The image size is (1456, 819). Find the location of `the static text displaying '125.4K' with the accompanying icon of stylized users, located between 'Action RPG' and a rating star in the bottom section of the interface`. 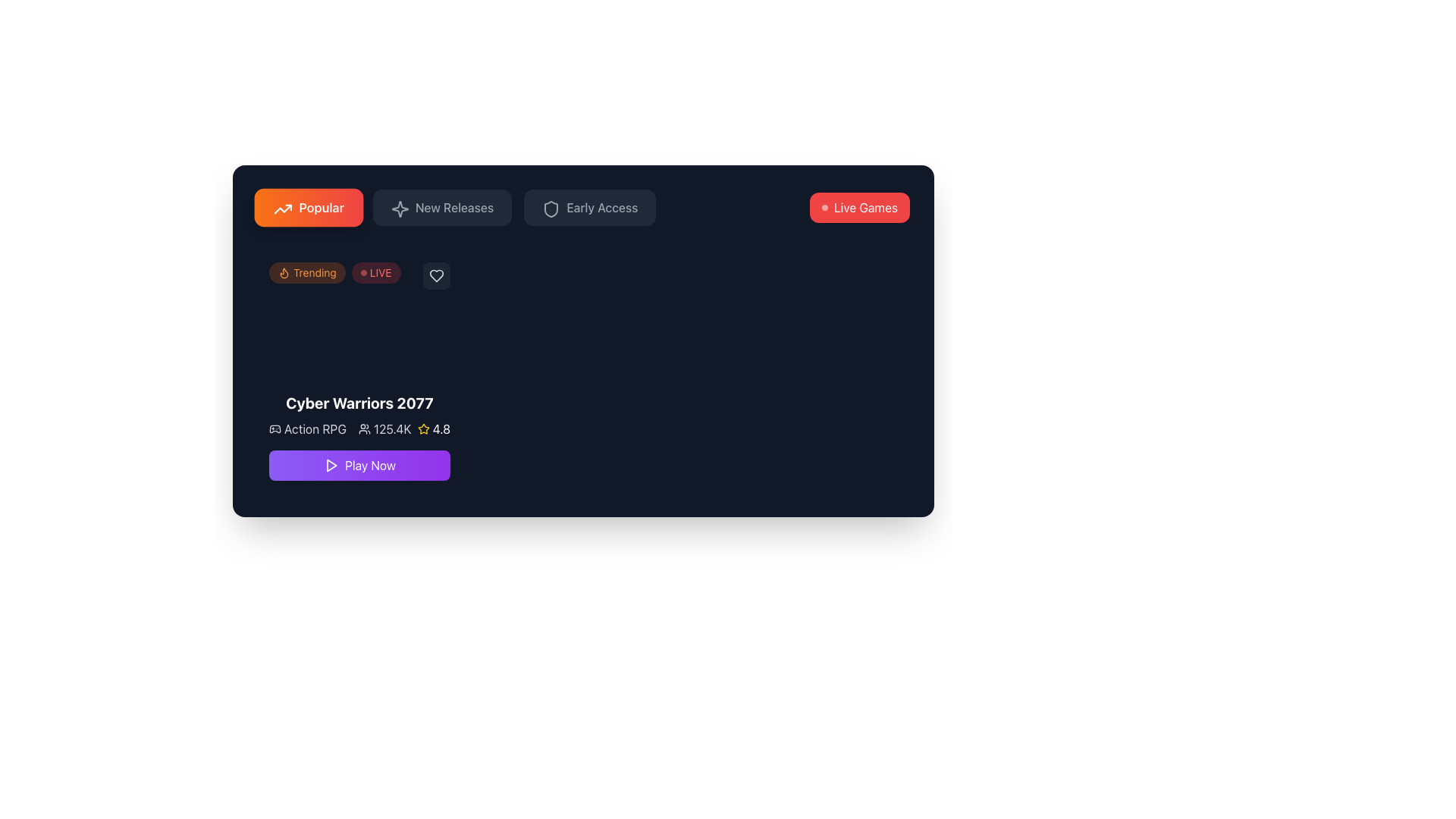

the static text displaying '125.4K' with the accompanying icon of stylized users, located between 'Action RPG' and a rating star in the bottom section of the interface is located at coordinates (384, 429).